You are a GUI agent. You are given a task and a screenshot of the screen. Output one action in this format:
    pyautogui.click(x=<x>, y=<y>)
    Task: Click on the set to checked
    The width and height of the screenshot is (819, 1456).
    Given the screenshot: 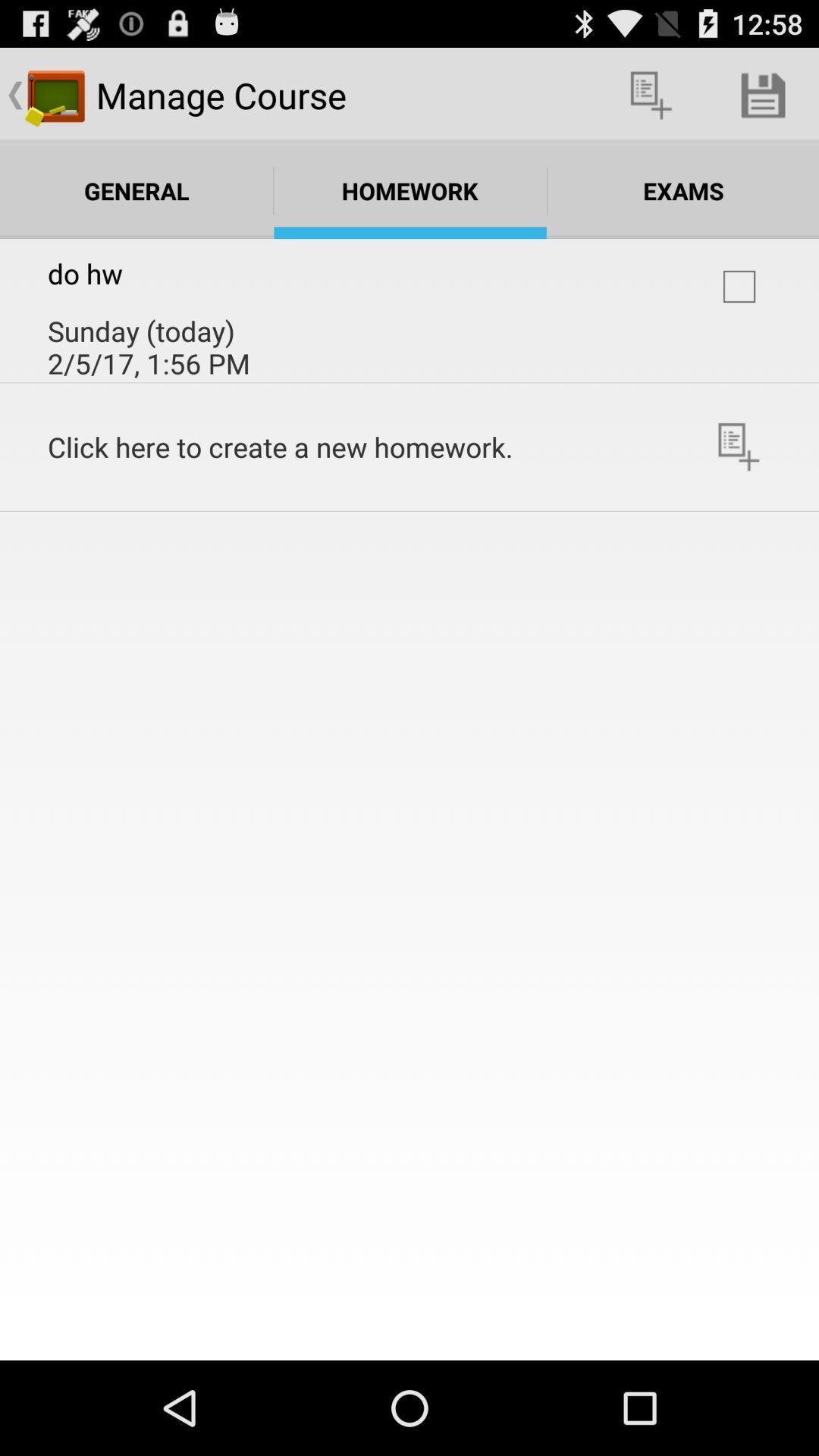 What is the action you would take?
    pyautogui.click(x=739, y=287)
    